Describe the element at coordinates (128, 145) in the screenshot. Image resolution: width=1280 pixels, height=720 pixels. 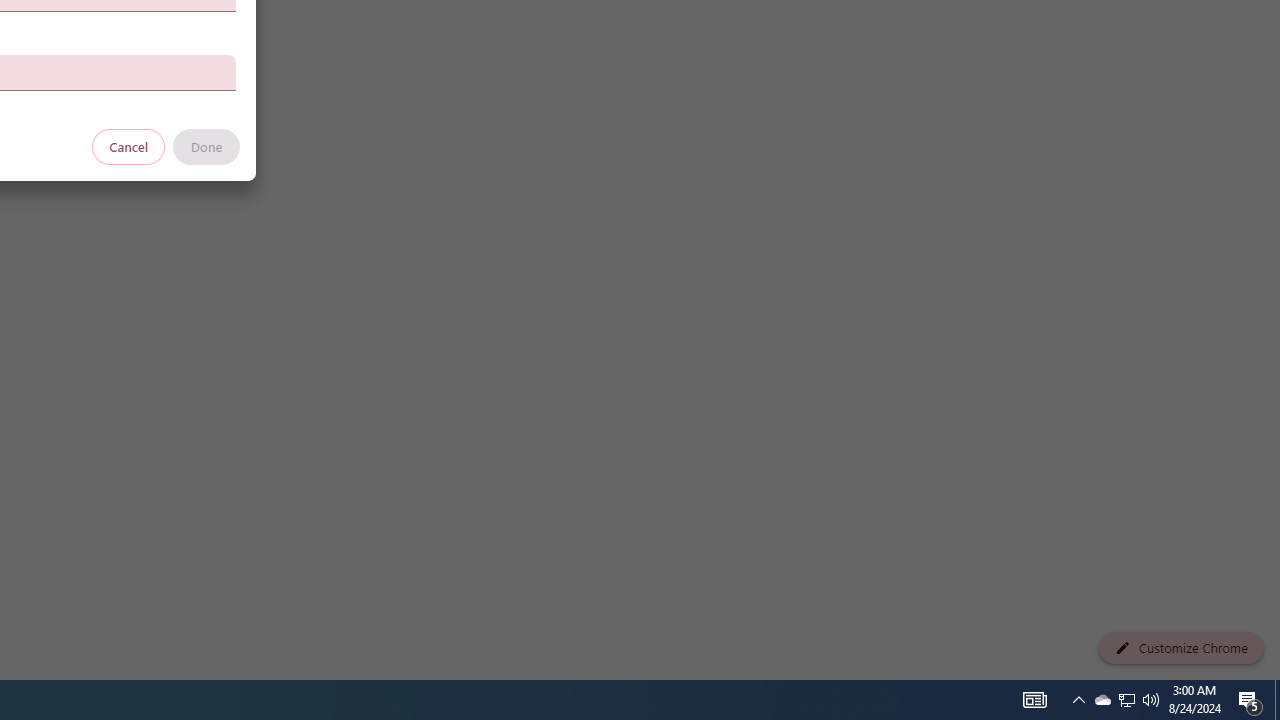
I see `'Cancel'` at that location.